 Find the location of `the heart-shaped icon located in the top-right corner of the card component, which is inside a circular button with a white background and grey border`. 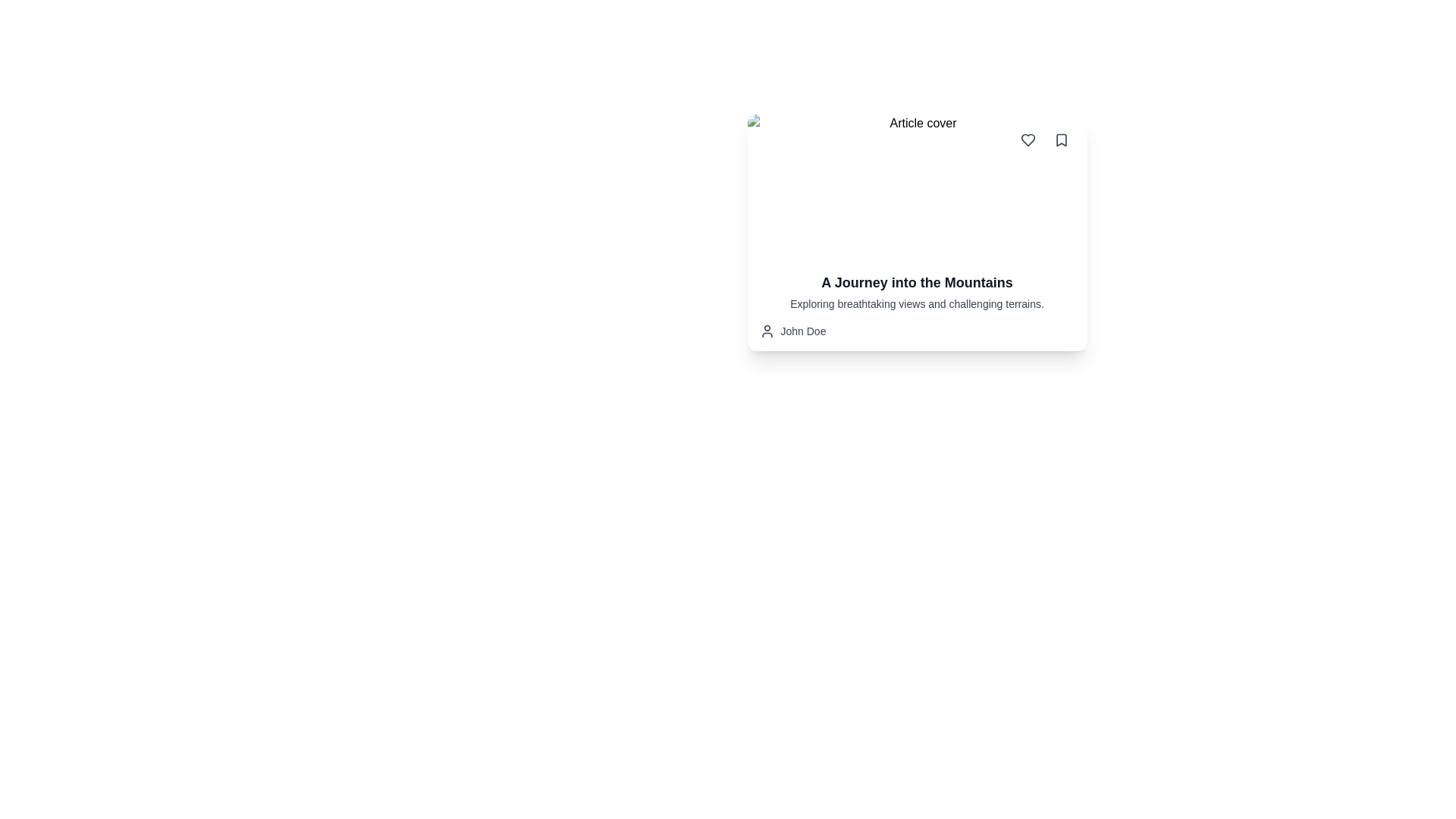

the heart-shaped icon located in the top-right corner of the card component, which is inside a circular button with a white background and grey border is located at coordinates (1028, 140).